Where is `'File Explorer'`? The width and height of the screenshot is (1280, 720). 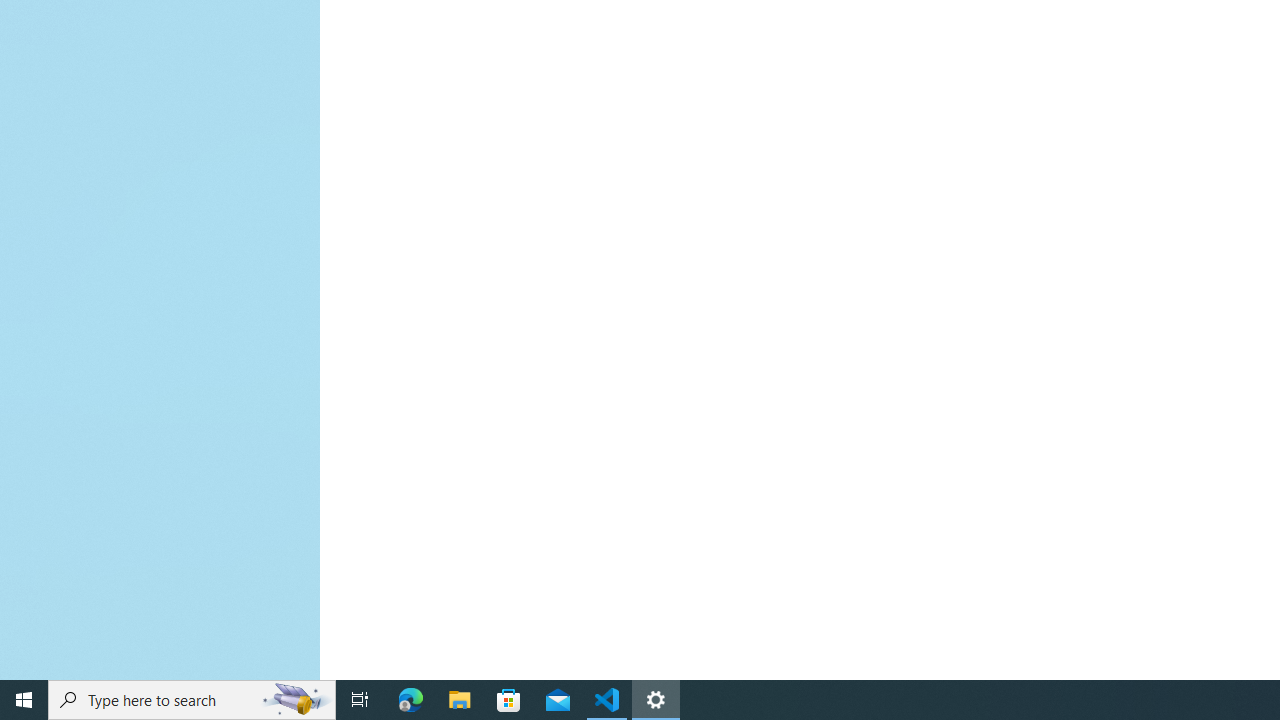 'File Explorer' is located at coordinates (459, 698).